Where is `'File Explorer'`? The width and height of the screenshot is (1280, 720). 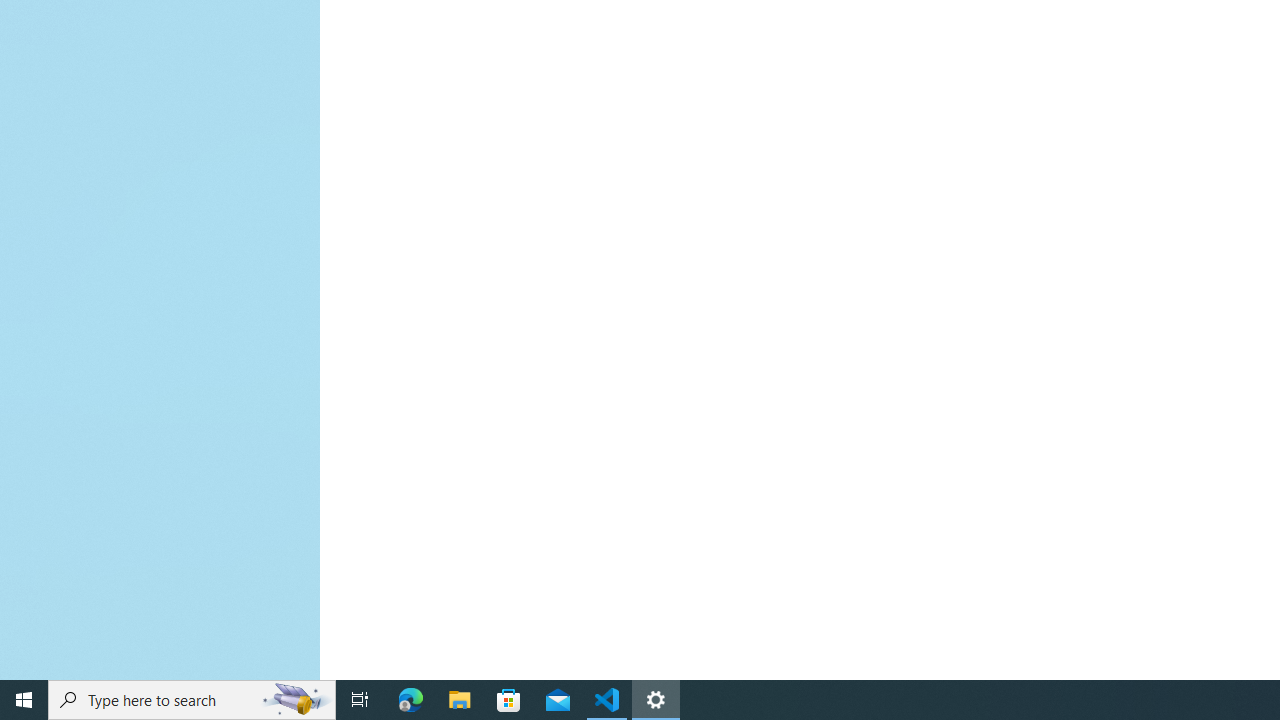 'File Explorer' is located at coordinates (459, 698).